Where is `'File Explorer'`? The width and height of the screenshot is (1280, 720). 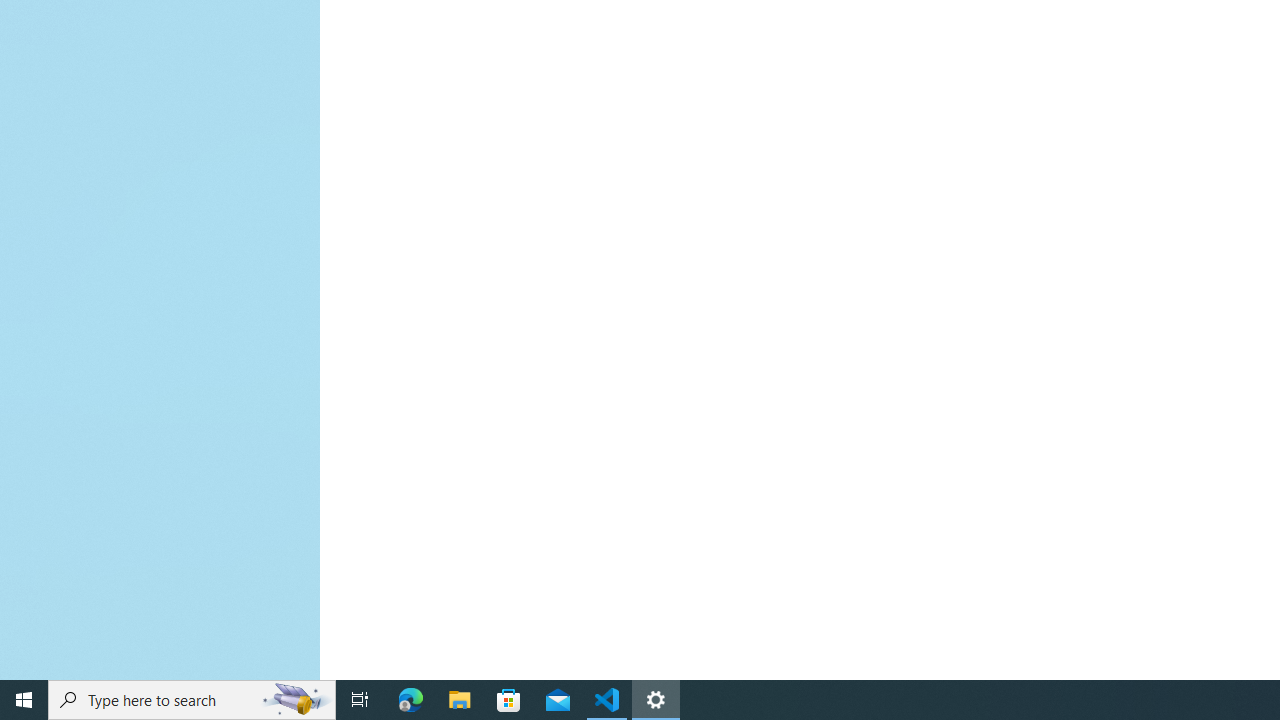 'File Explorer' is located at coordinates (459, 698).